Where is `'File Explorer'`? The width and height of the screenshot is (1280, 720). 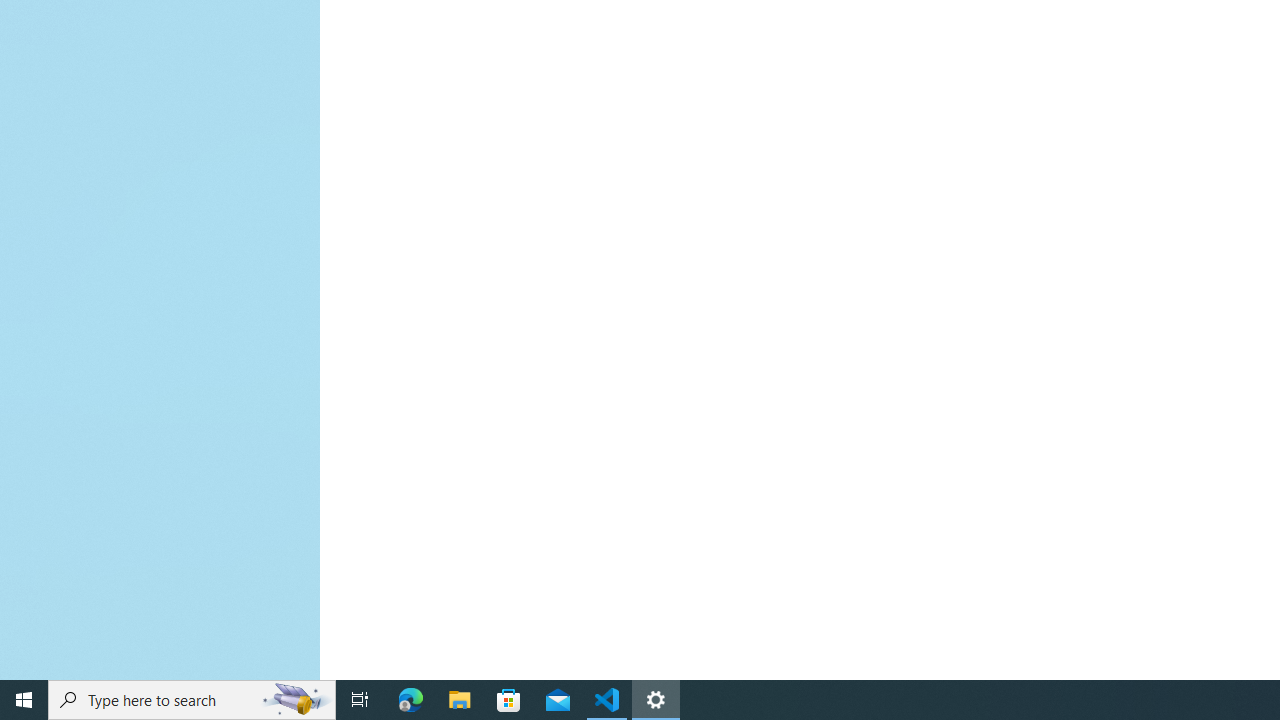 'File Explorer' is located at coordinates (459, 698).